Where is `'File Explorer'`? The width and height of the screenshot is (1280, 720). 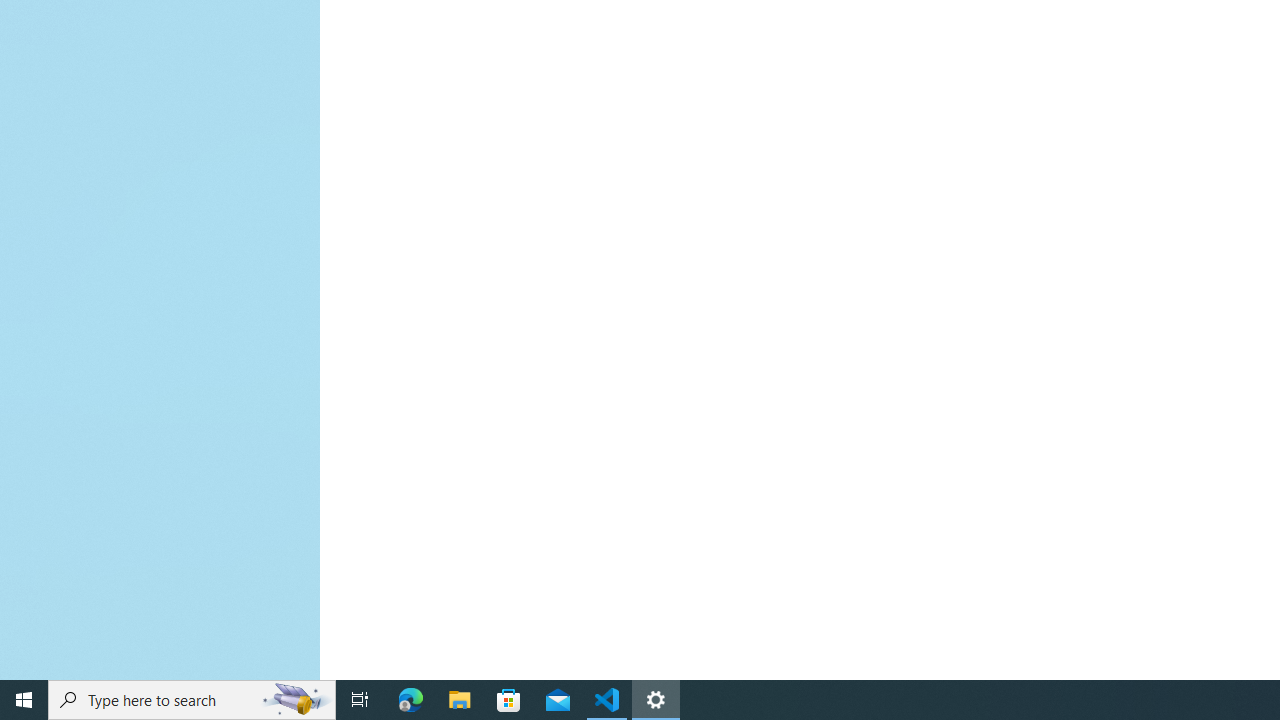 'File Explorer' is located at coordinates (459, 698).